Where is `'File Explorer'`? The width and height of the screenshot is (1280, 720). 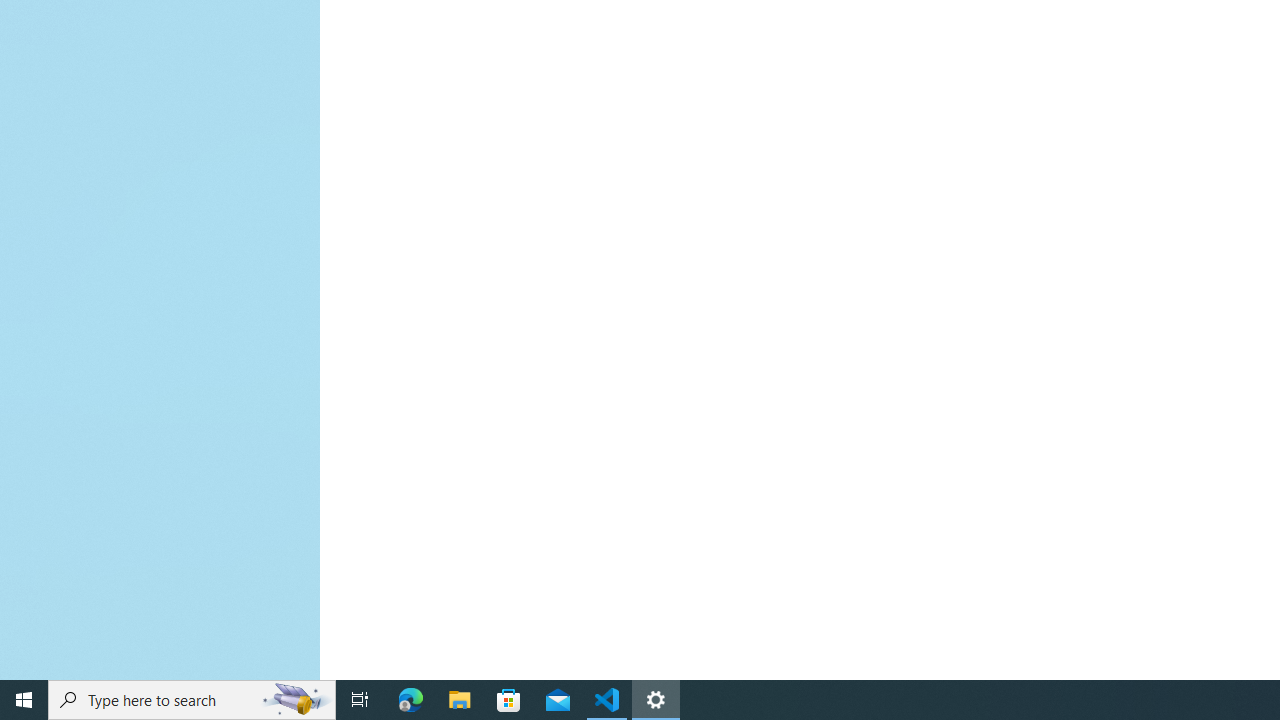 'File Explorer' is located at coordinates (459, 698).